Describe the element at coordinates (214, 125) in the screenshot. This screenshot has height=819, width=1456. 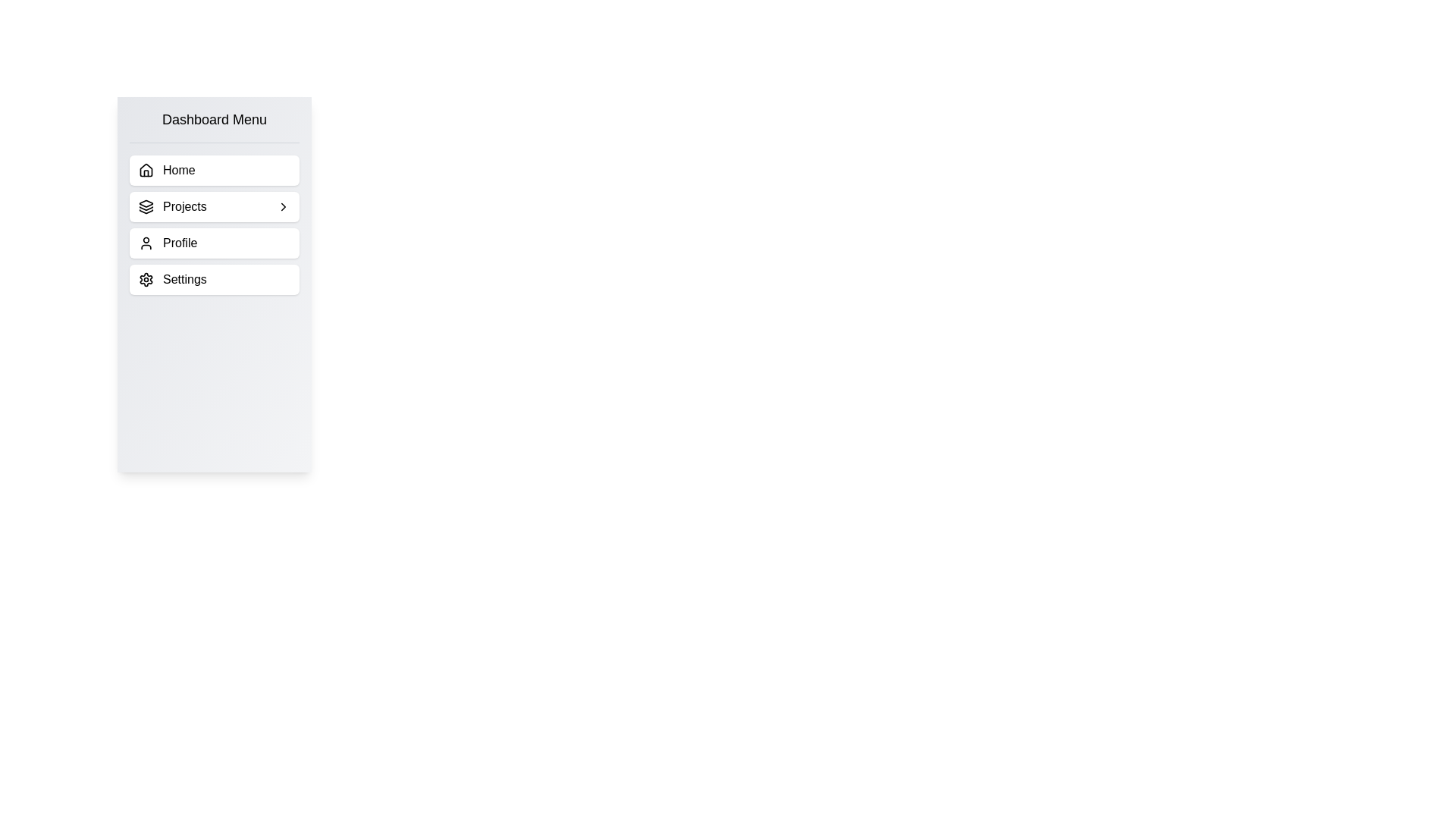
I see `the static text element that serves as the header for the navigation menu, located at the top of the vertical list structure` at that location.